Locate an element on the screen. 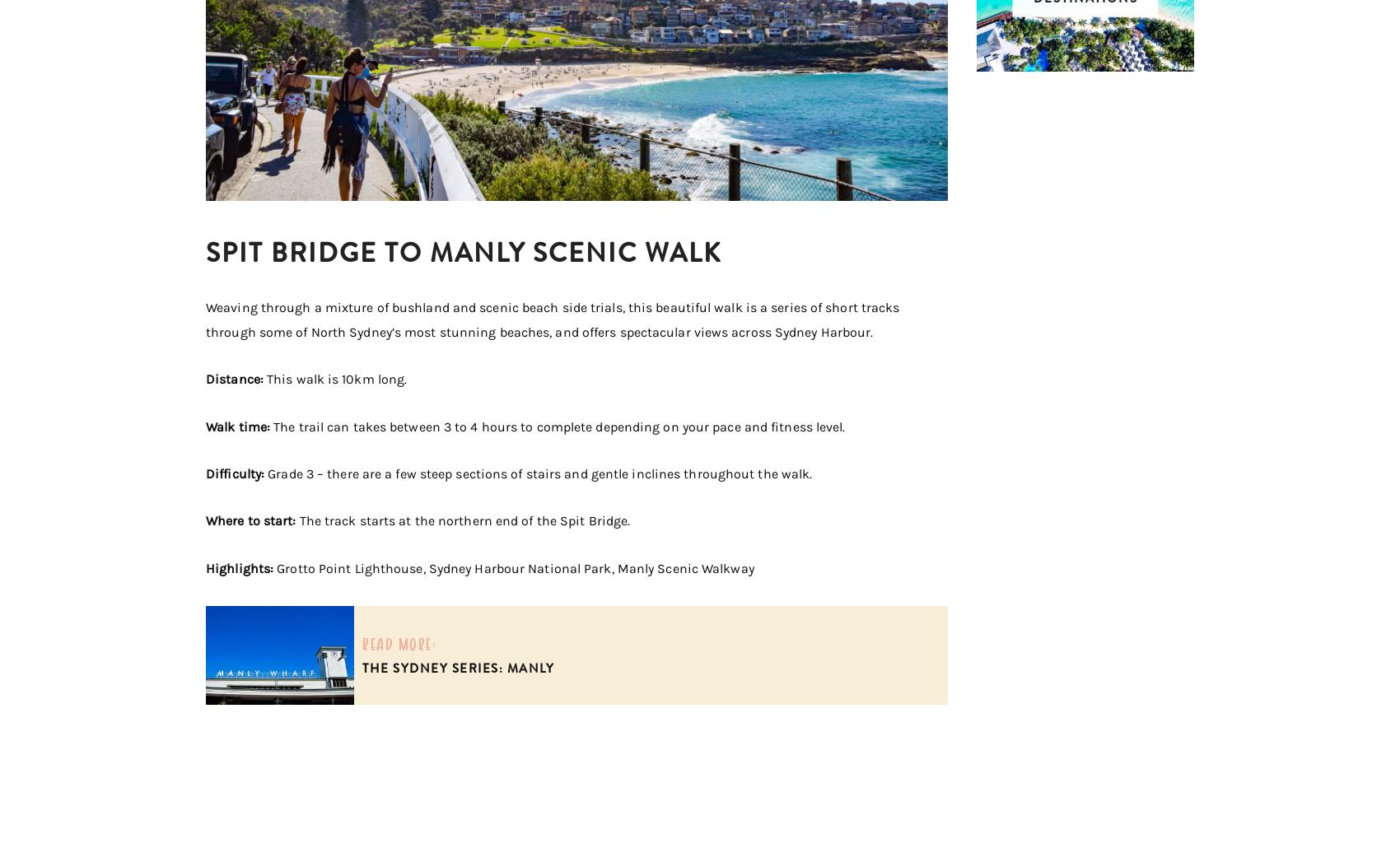 This screenshot has width=1400, height=853. 'Where to start:' is located at coordinates (252, 520).